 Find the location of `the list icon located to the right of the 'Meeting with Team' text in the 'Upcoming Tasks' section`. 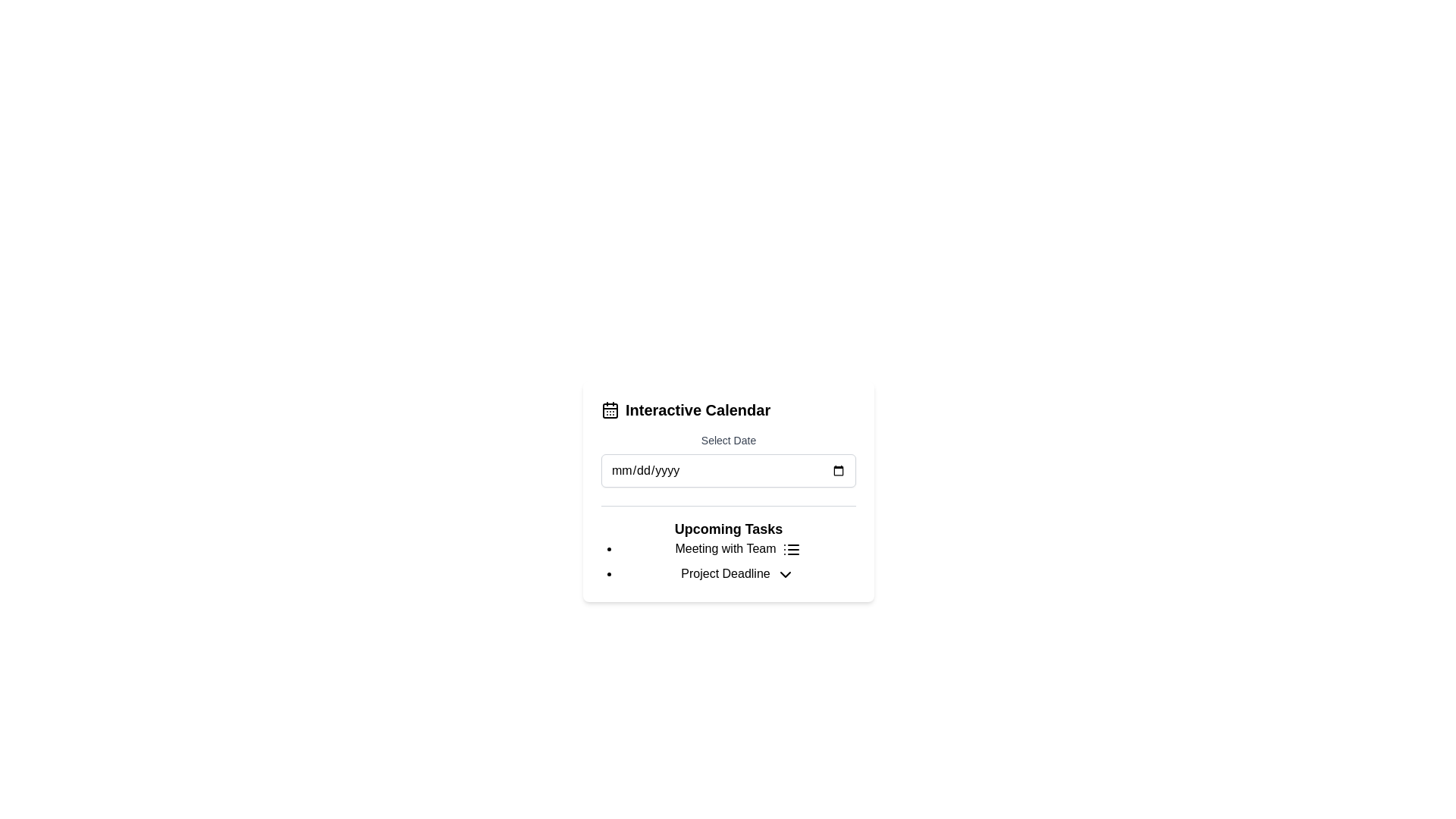

the list icon located to the right of the 'Meeting with Team' text in the 'Upcoming Tasks' section is located at coordinates (790, 549).